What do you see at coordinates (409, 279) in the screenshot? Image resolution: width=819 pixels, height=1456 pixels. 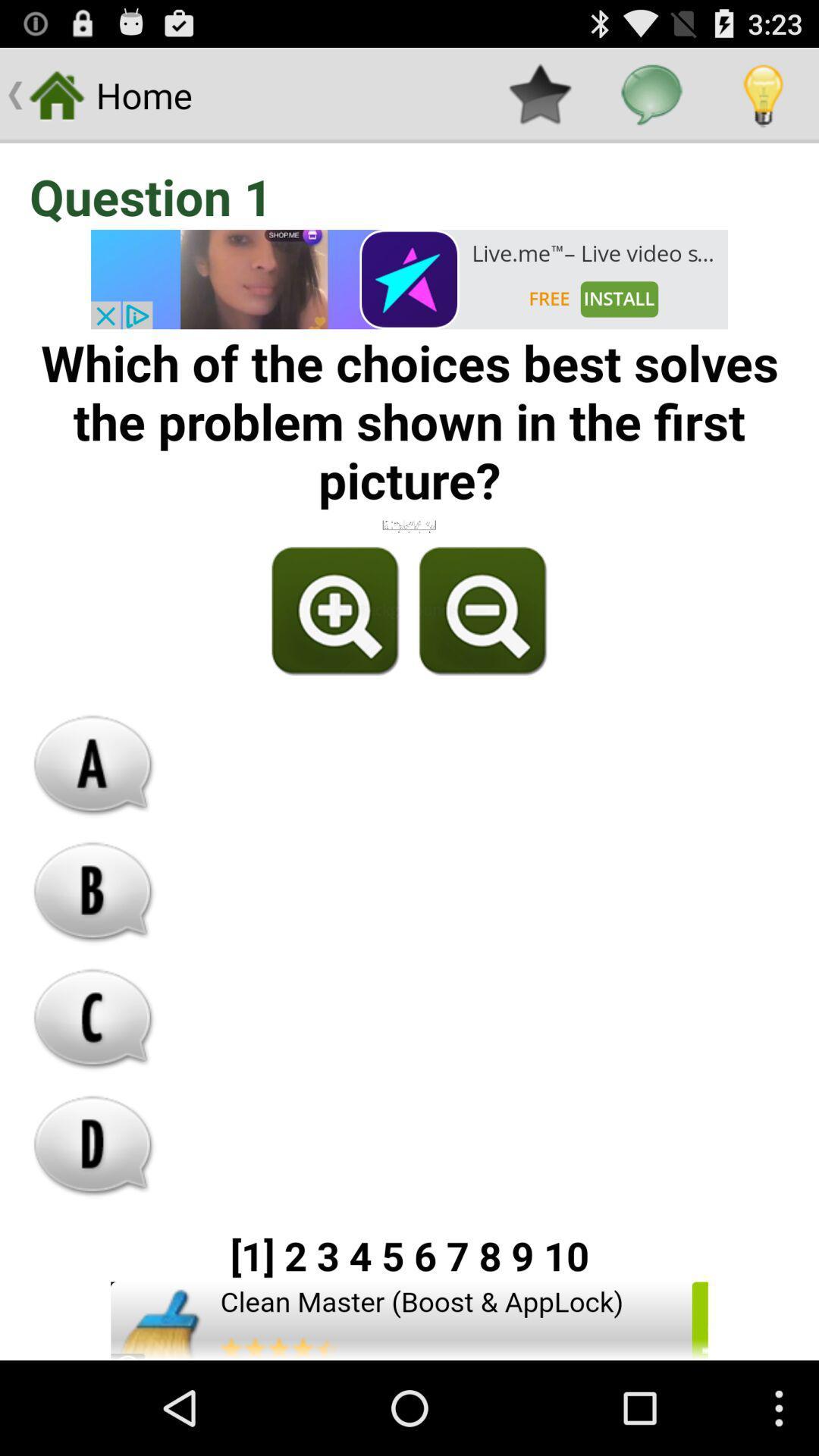 I see `adverisement` at bounding box center [409, 279].